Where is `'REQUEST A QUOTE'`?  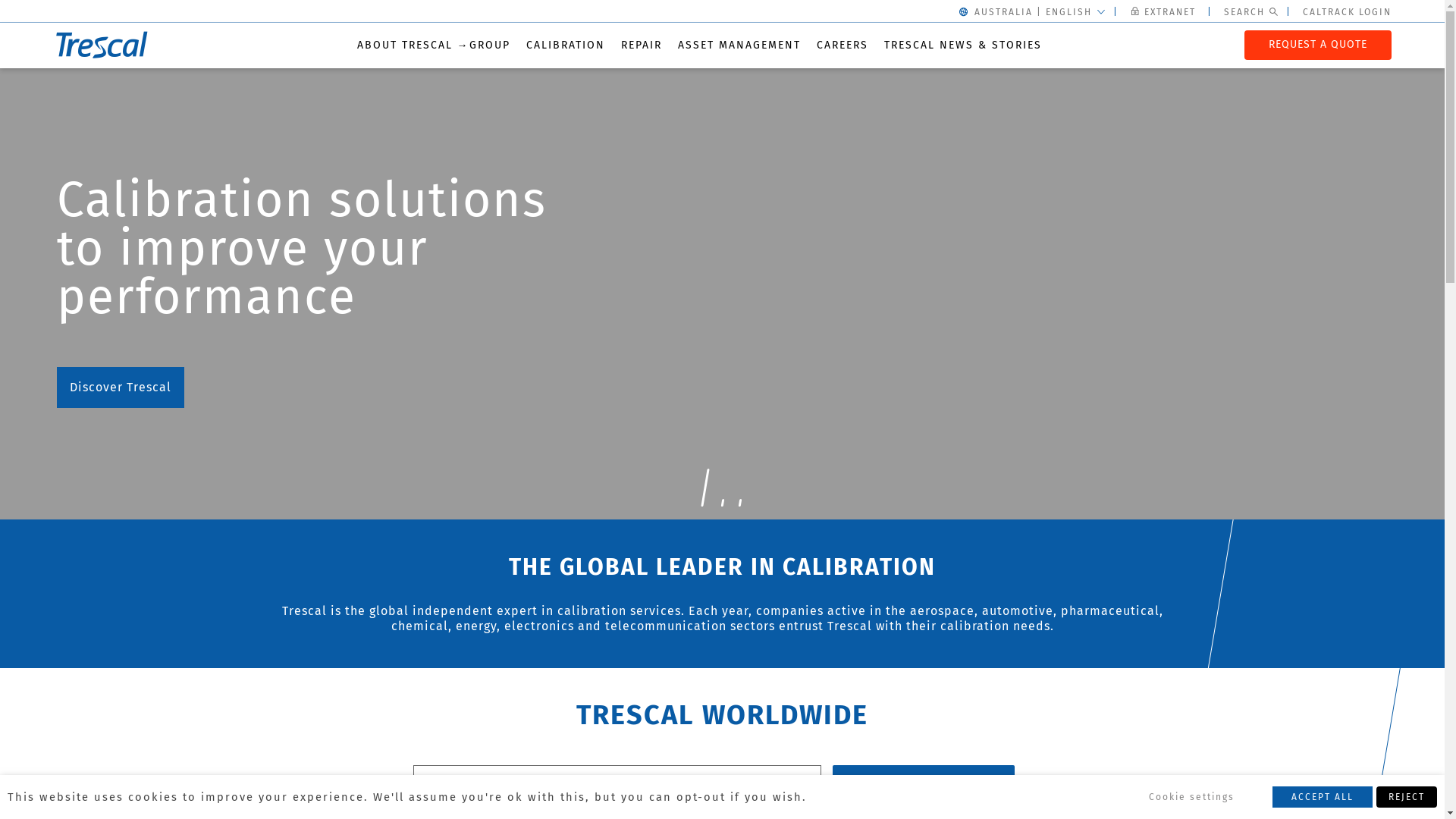 'REQUEST A QUOTE' is located at coordinates (1316, 43).